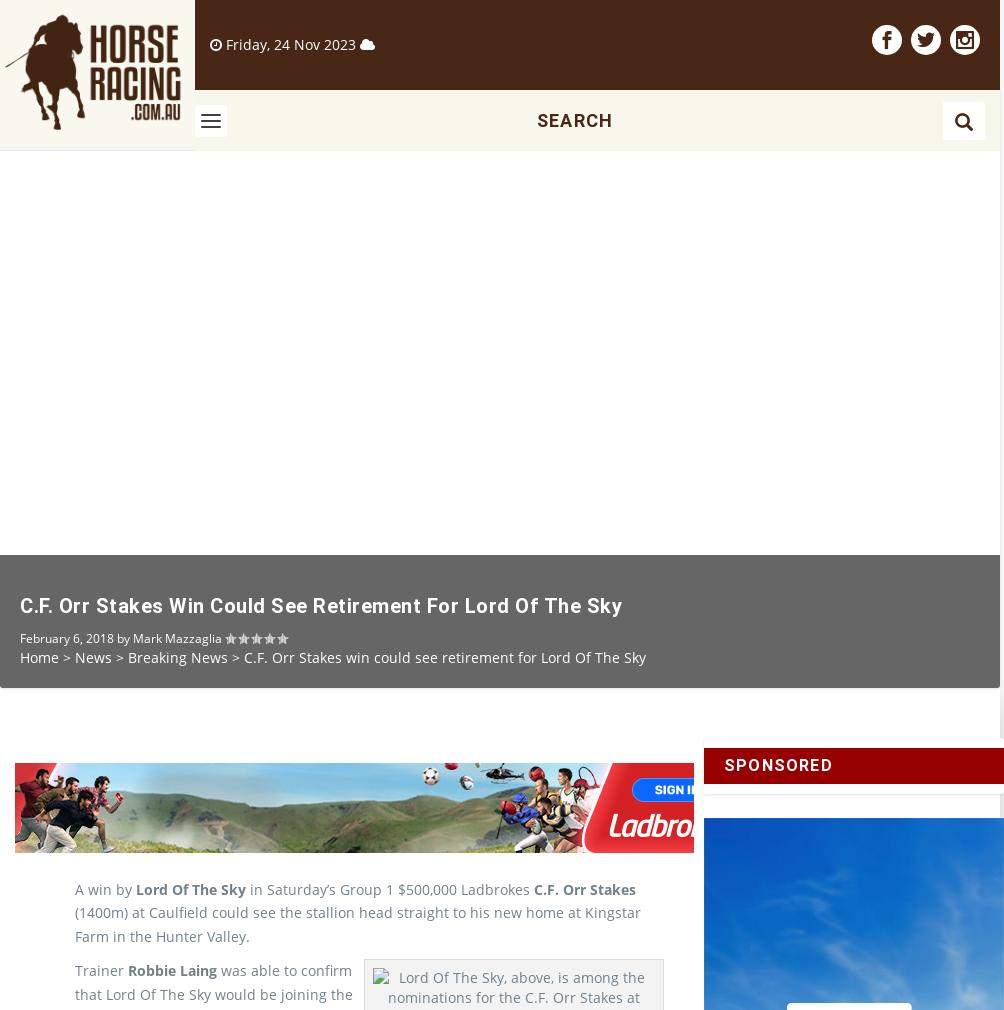 The height and width of the screenshot is (1010, 1004). I want to click on 'A win by', so click(105, 923).